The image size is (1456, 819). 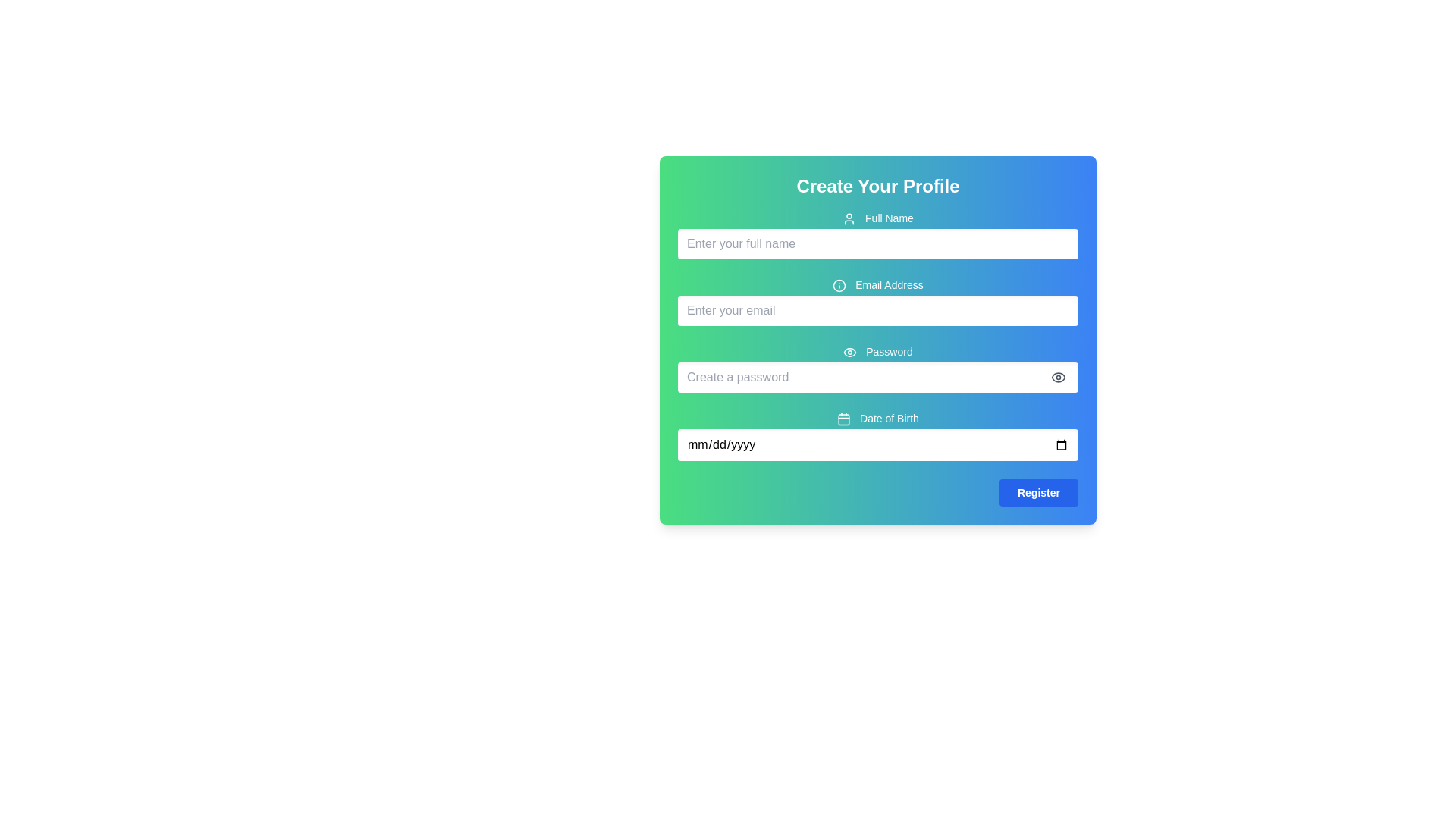 I want to click on the circular button with a light gray color and an eye icon, located to the far right of the password input field, so click(x=1058, y=376).